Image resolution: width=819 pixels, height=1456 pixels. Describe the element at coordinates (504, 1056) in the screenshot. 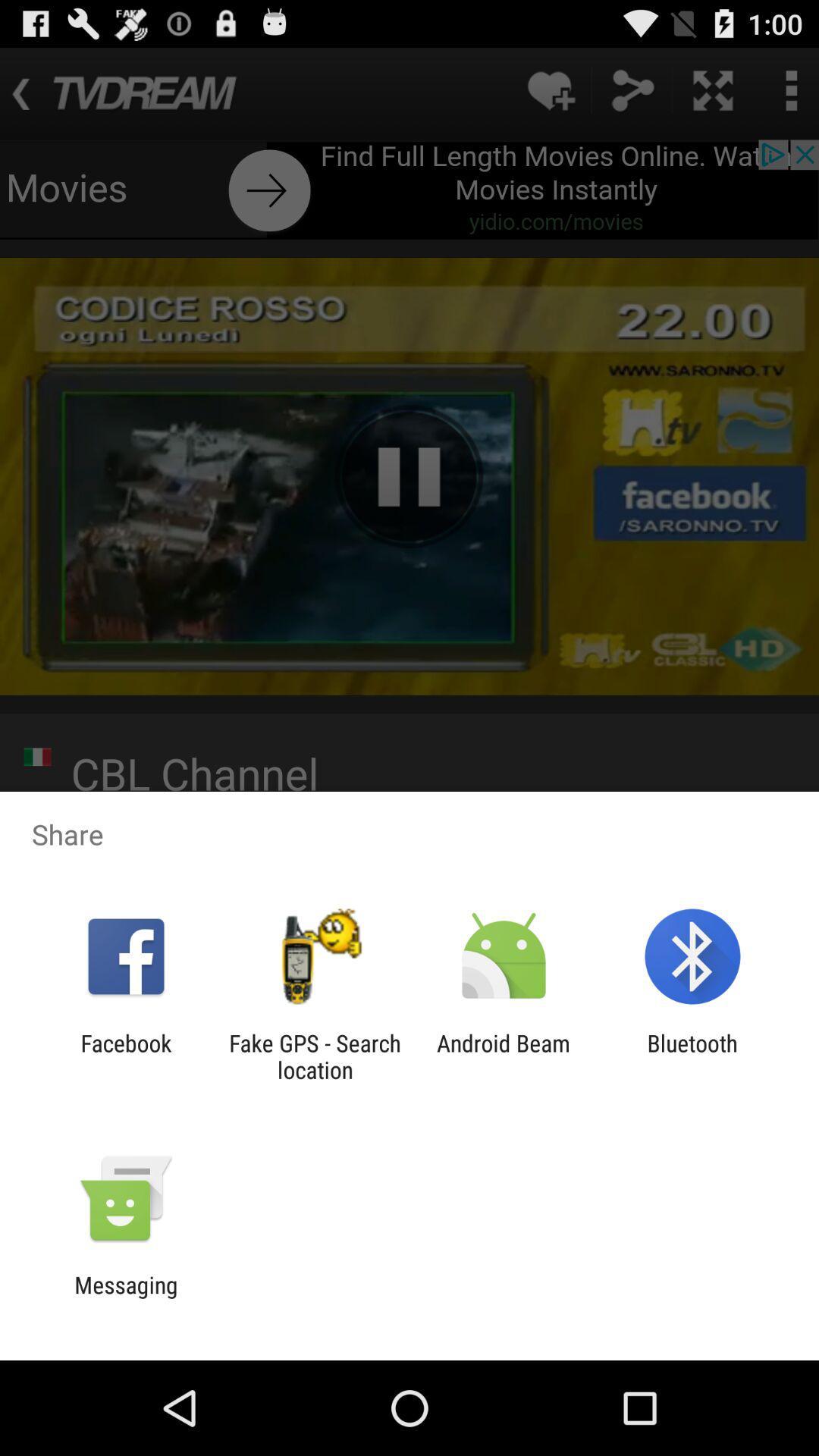

I see `the icon to the left of bluetooth icon` at that location.